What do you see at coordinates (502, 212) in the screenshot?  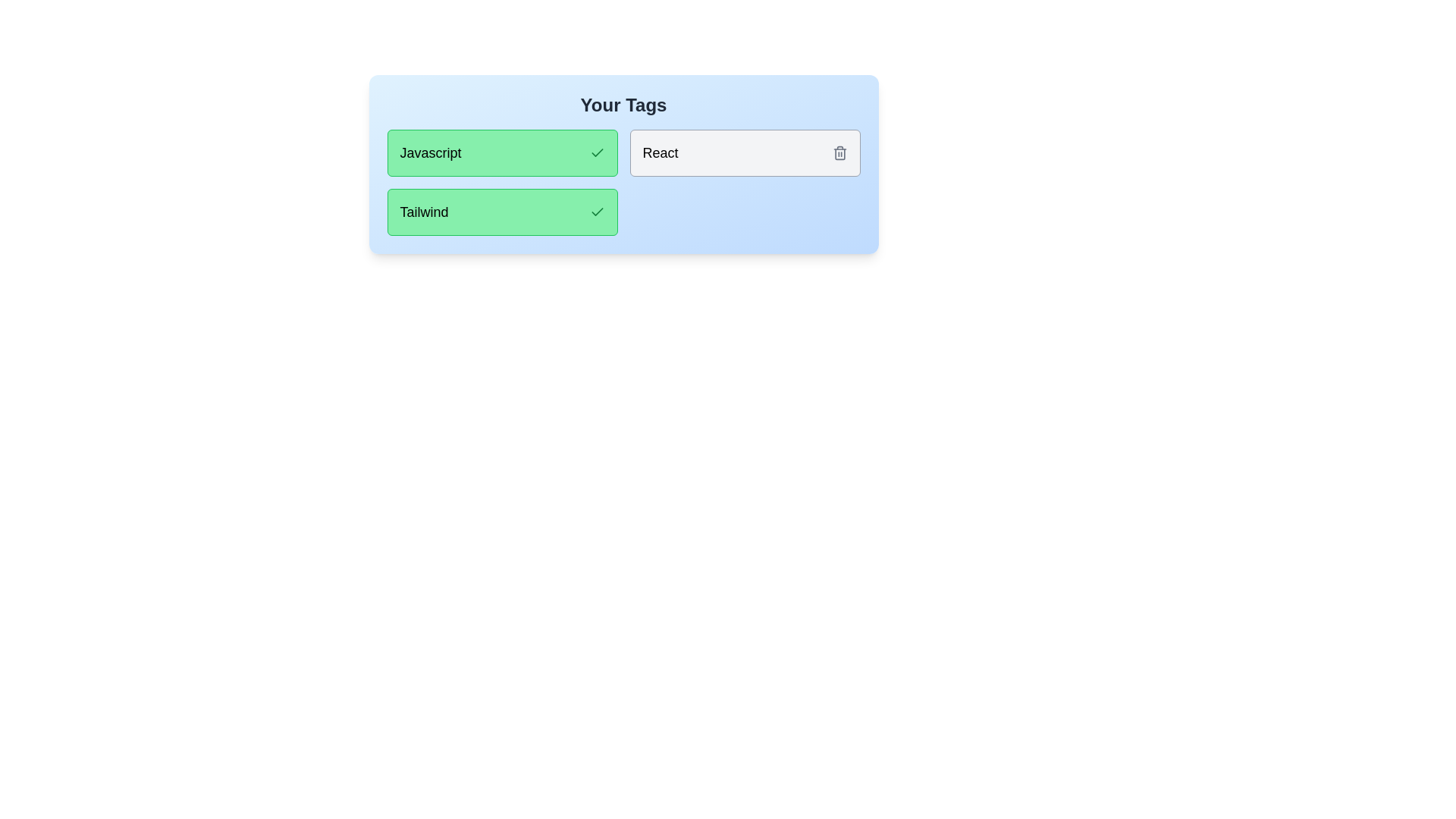 I see `the tag with text Tailwind to toggle its status` at bounding box center [502, 212].